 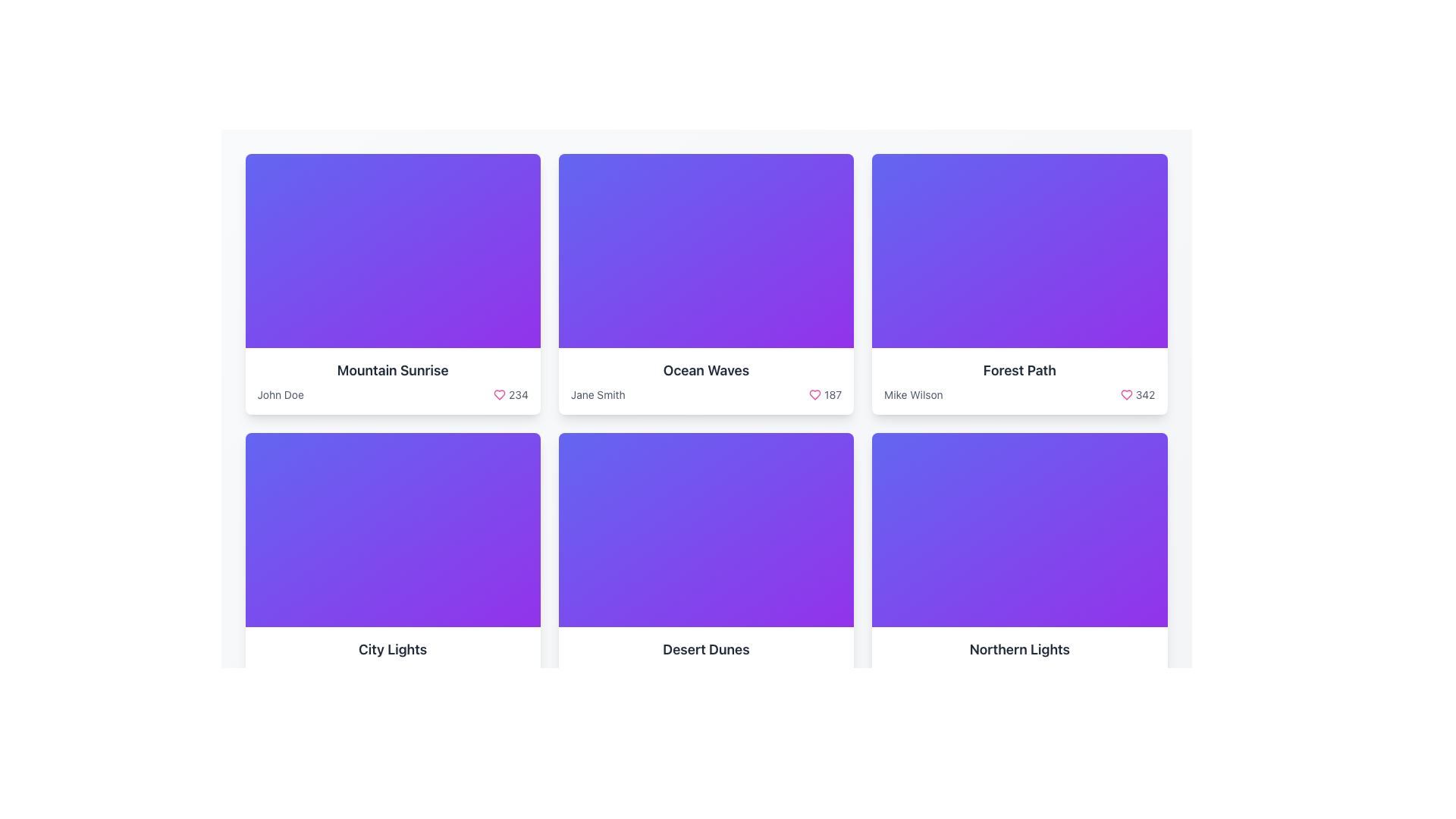 What do you see at coordinates (518, 394) in the screenshot?
I see `numeric value '234' displayed in the small gray text label located to the right of the pink heart icon in the 'Mountain Sunrise' card` at bounding box center [518, 394].